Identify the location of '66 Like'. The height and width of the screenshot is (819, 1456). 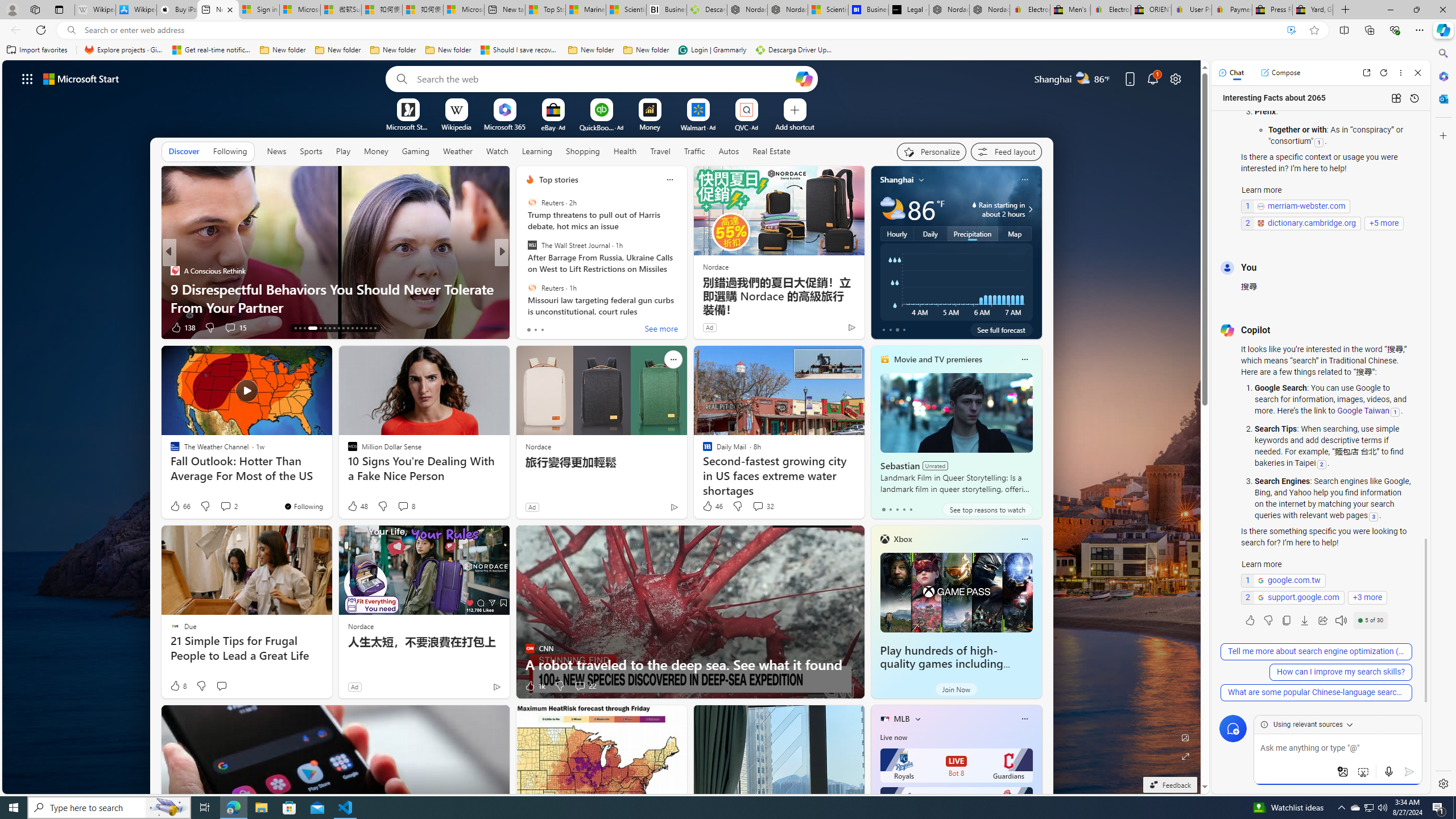
(179, 505).